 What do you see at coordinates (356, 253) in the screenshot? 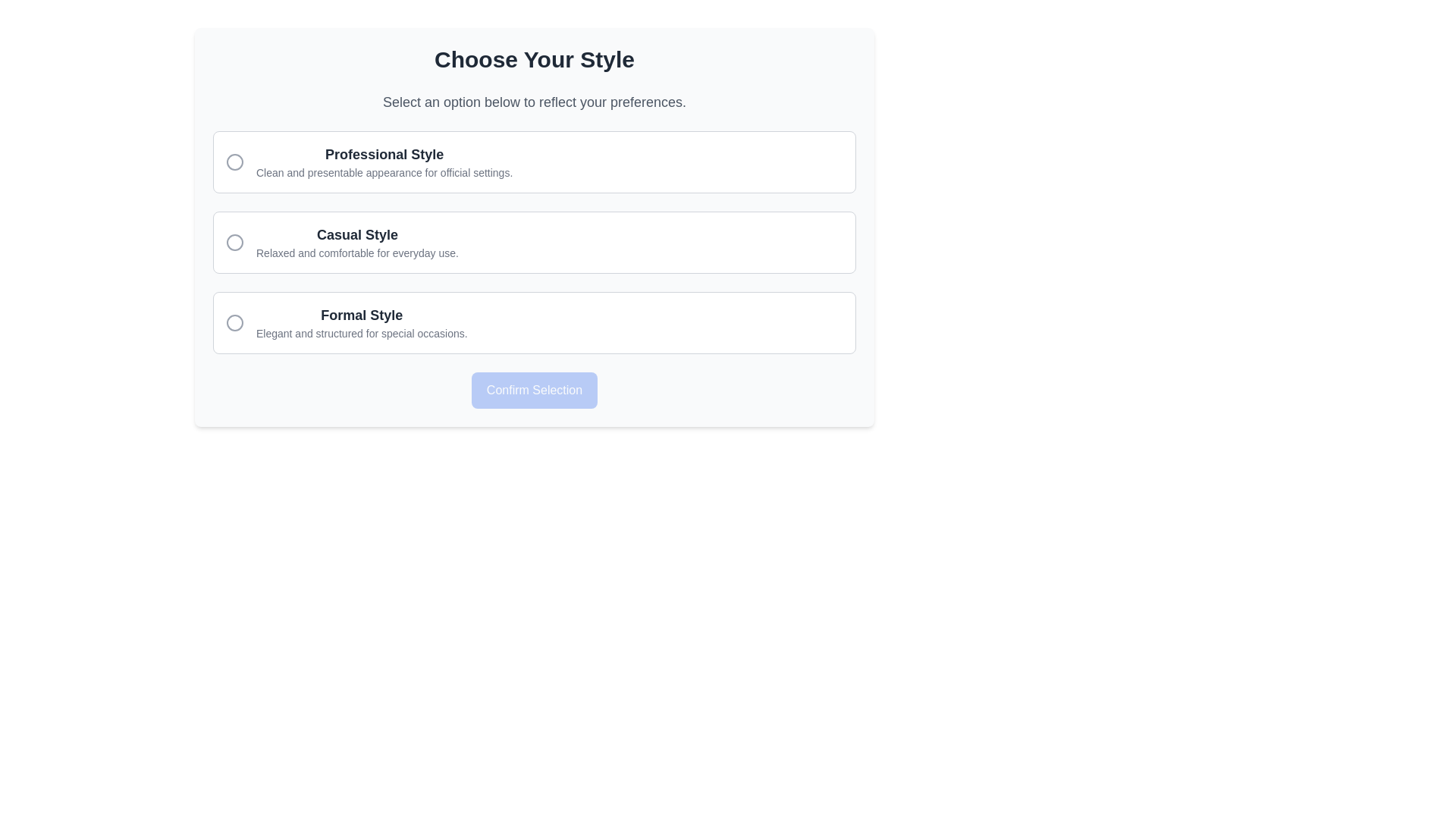
I see `the Text Label that provides additional details about the 'Casual Style' option located directly beneath the primary heading in the layout` at bounding box center [356, 253].